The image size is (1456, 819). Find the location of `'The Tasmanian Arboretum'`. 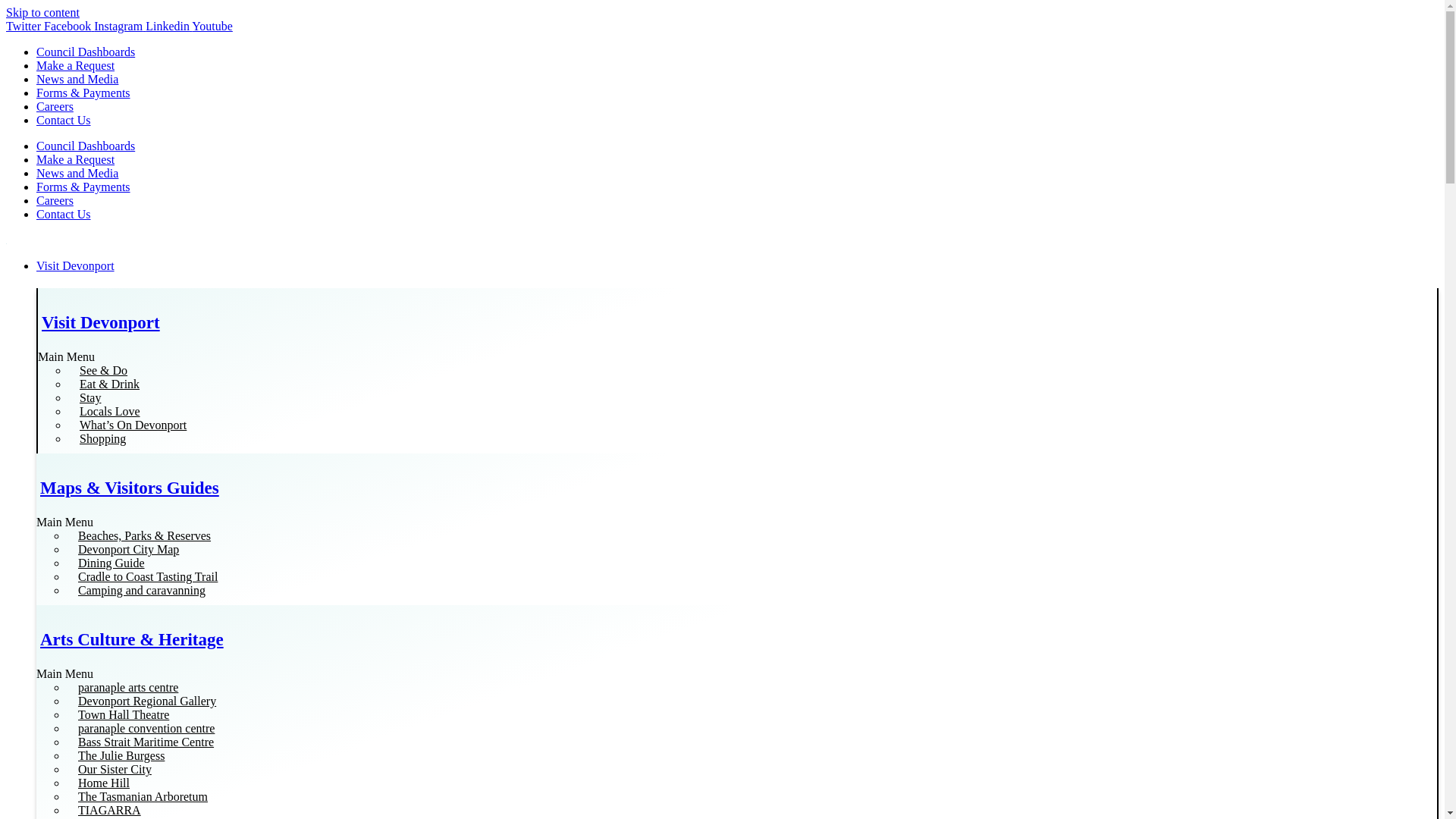

'The Tasmanian Arboretum' is located at coordinates (65, 795).